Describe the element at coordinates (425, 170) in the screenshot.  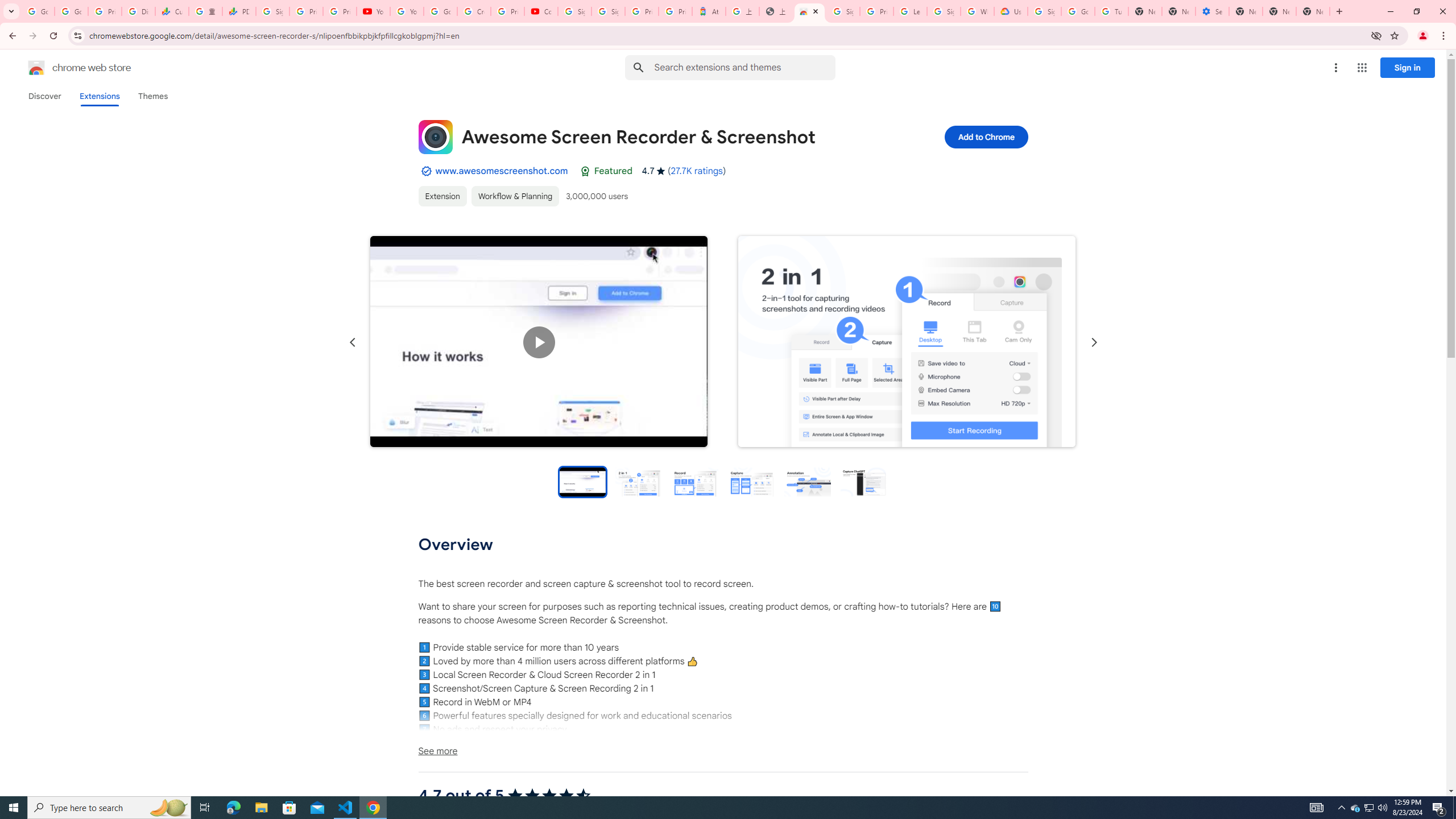
I see `'By Established Publisher Badge'` at that location.